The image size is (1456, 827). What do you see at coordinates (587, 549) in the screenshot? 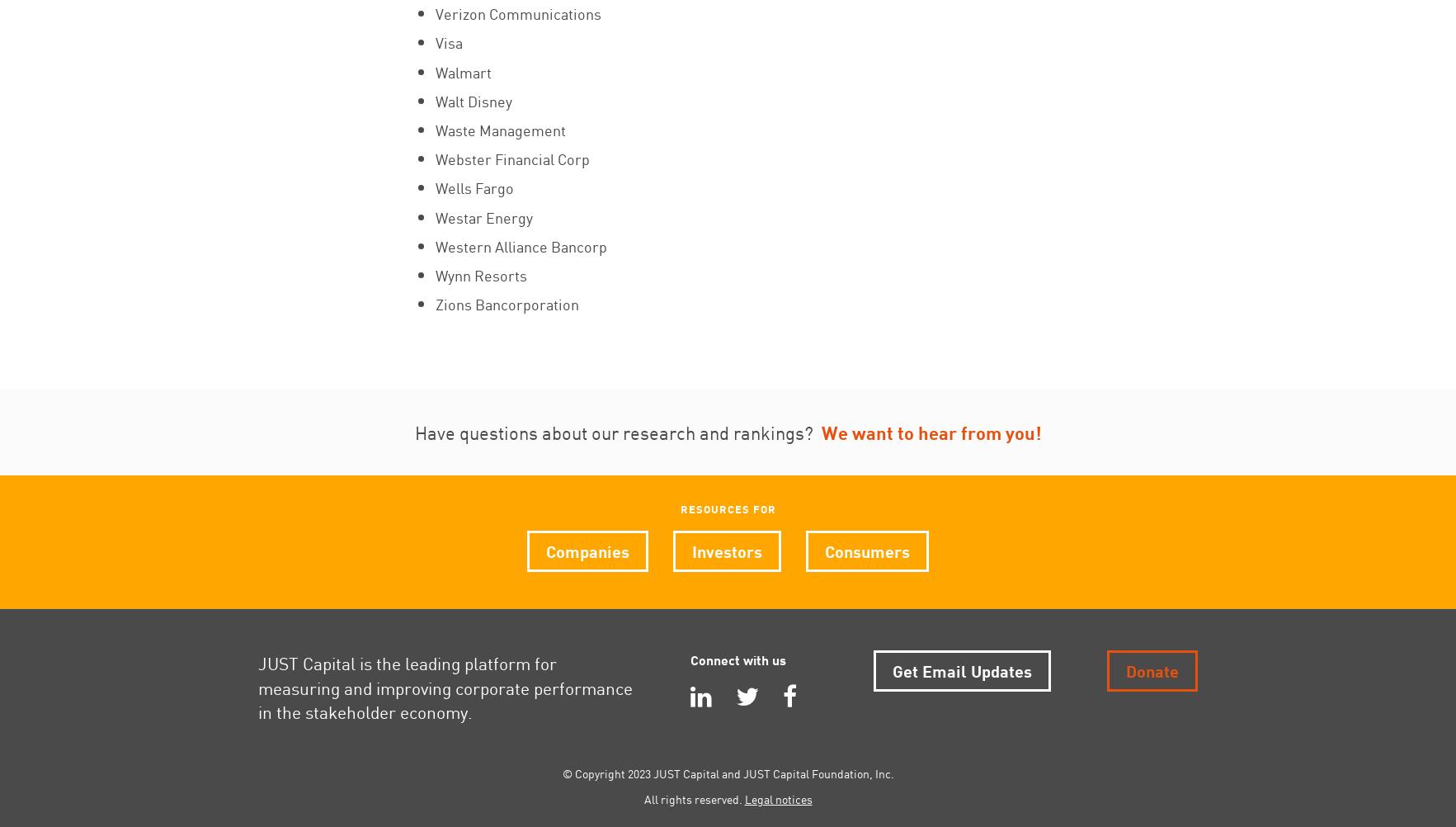
I see `'Companies'` at bounding box center [587, 549].